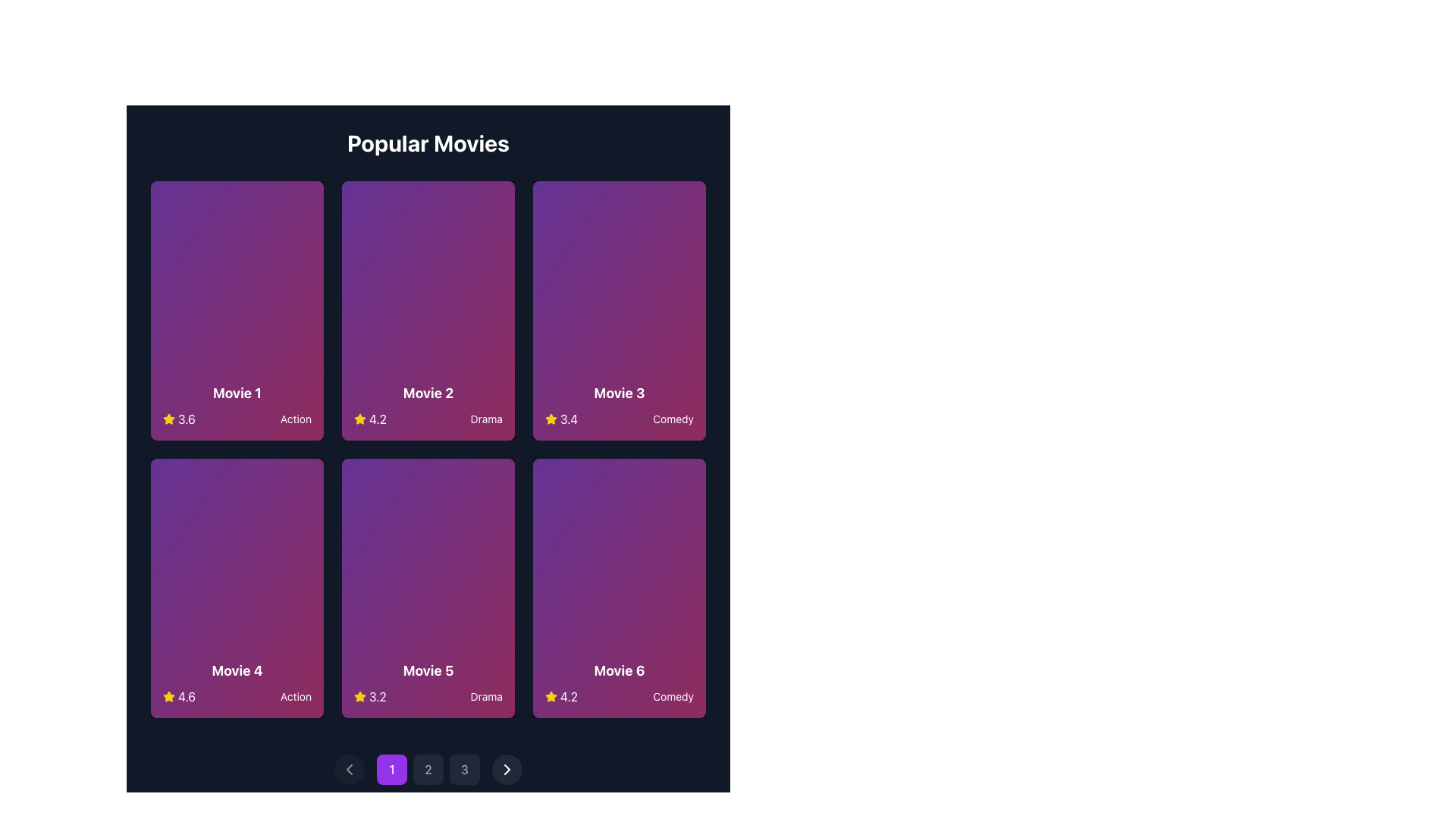  Describe the element at coordinates (296, 696) in the screenshot. I see `the text label reading 'Action' in white color located at the bottom-right corner of the purple card labeled 'Movie 4'` at that location.